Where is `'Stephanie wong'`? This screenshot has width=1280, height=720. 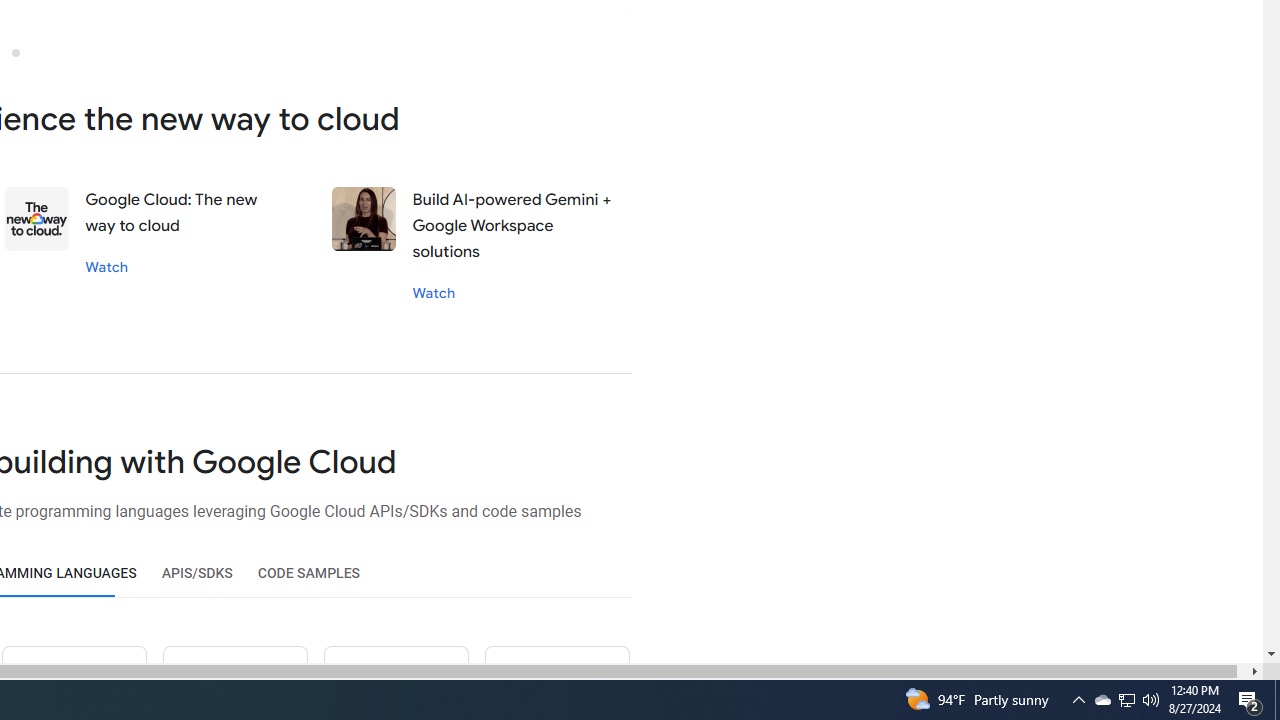
'Stephanie wong' is located at coordinates (364, 219).